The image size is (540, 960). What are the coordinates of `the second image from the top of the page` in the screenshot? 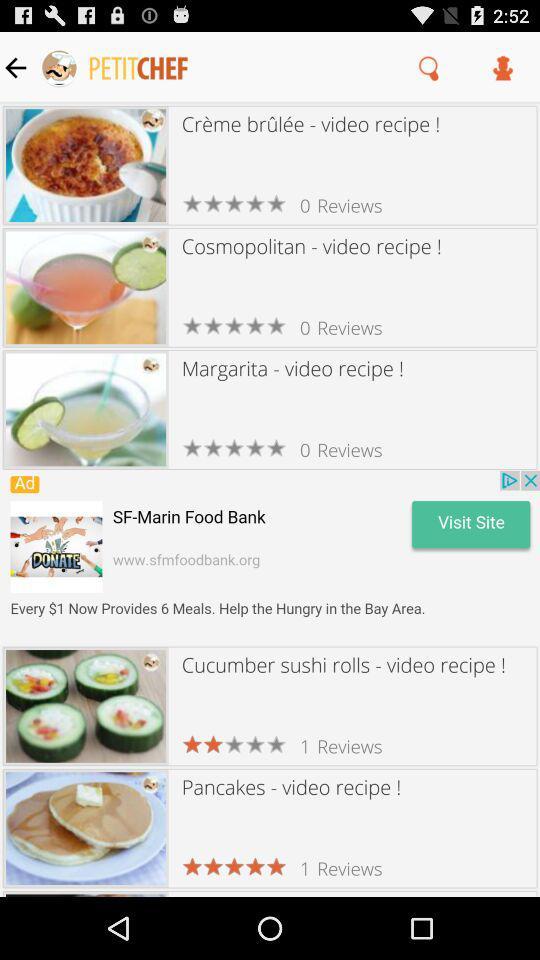 It's located at (85, 286).